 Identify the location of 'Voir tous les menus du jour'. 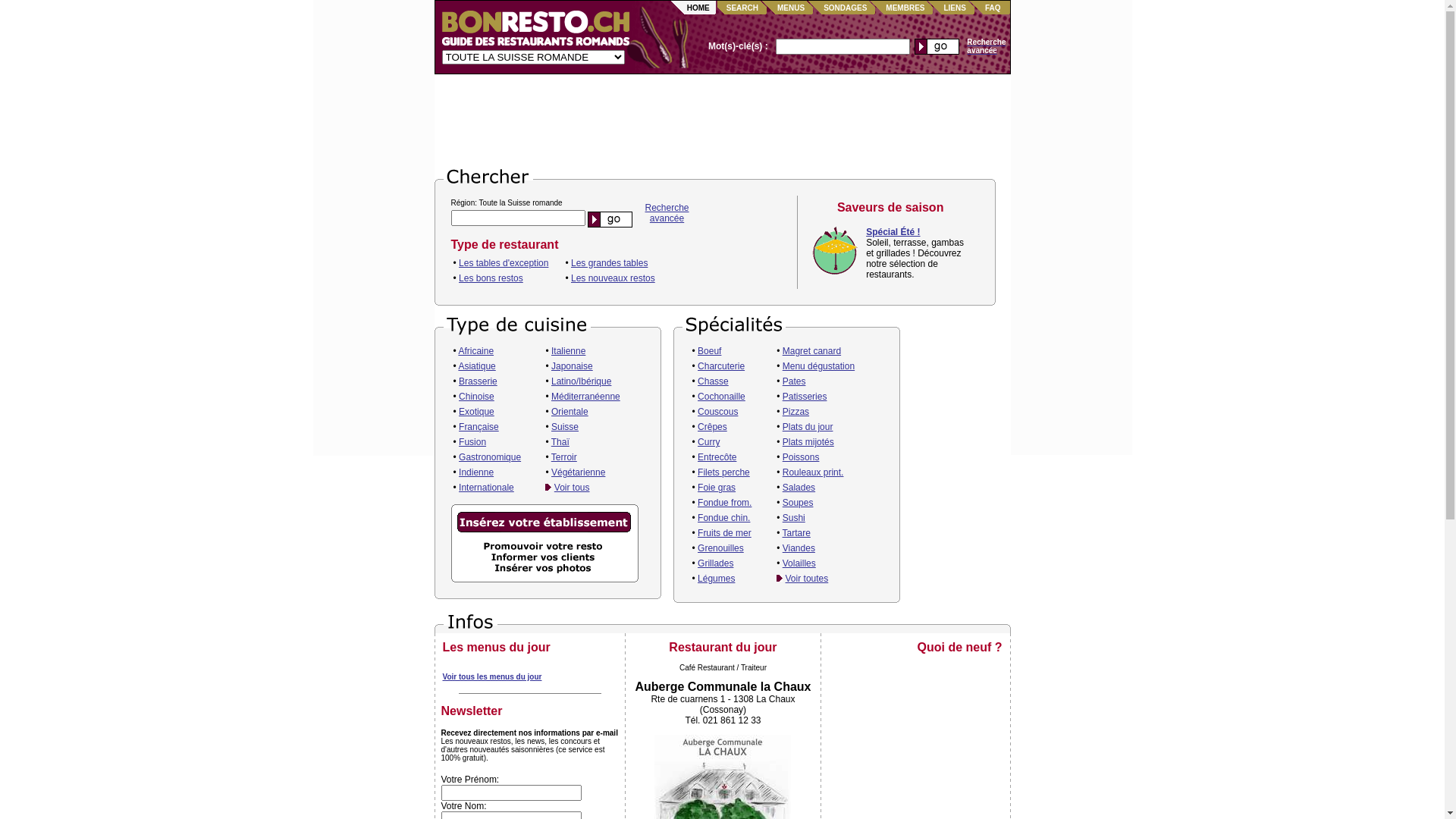
(442, 675).